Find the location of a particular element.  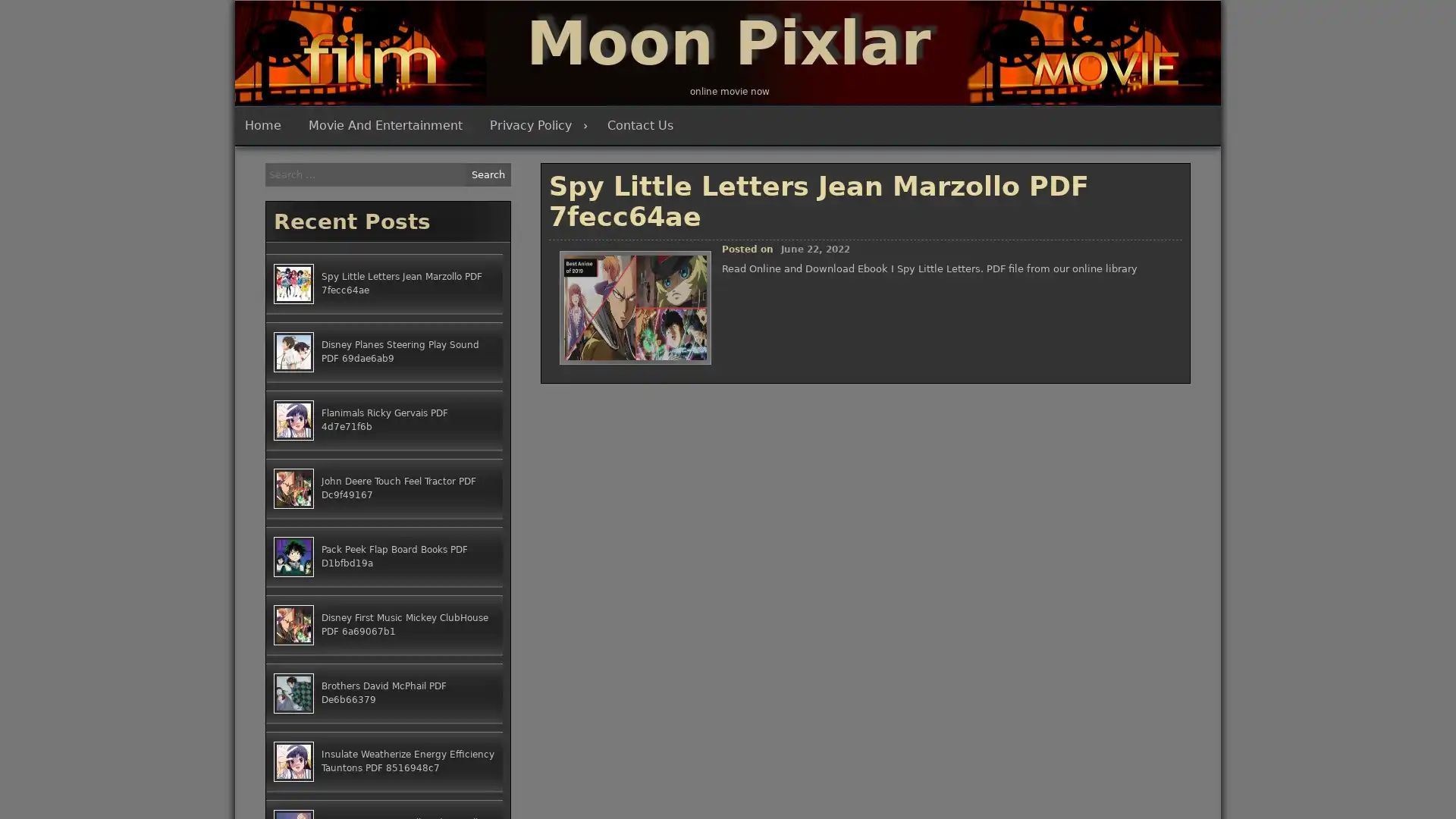

Search is located at coordinates (488, 174).